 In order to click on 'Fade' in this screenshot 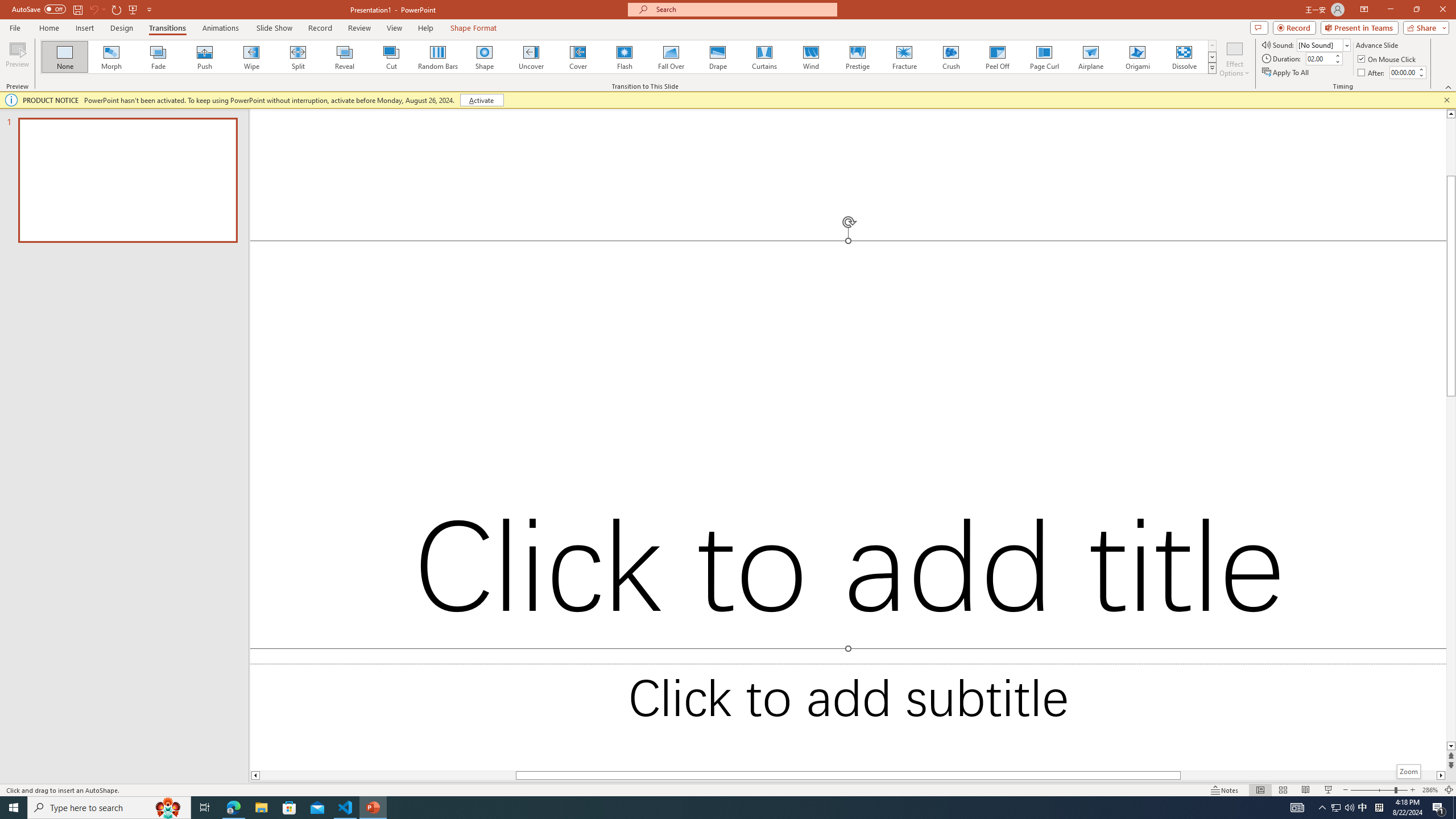, I will do `click(158, 56)`.